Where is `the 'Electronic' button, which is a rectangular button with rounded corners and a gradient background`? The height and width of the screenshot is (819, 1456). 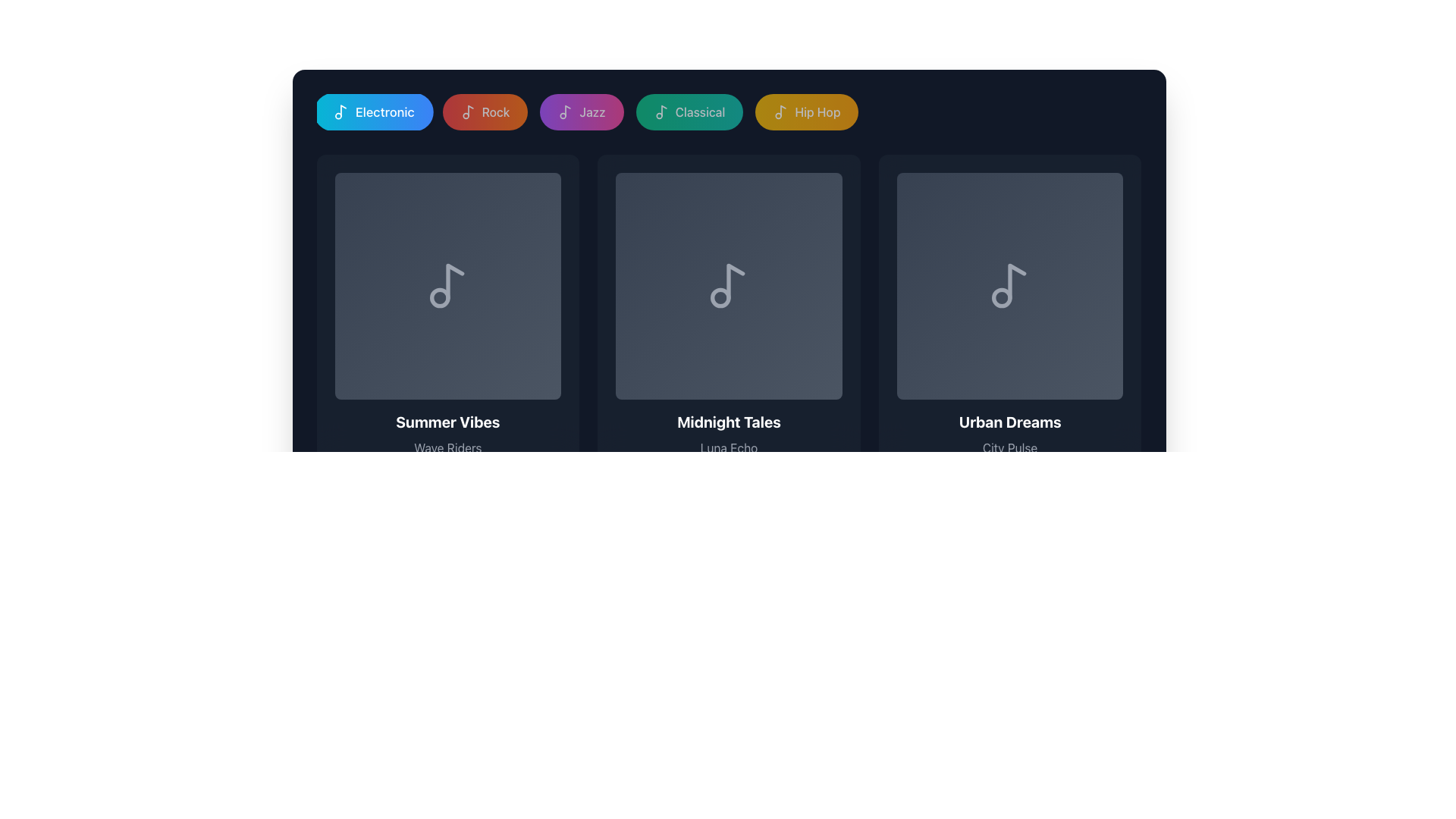
the 'Electronic' button, which is a rectangular button with rounded corners and a gradient background is located at coordinates (373, 111).